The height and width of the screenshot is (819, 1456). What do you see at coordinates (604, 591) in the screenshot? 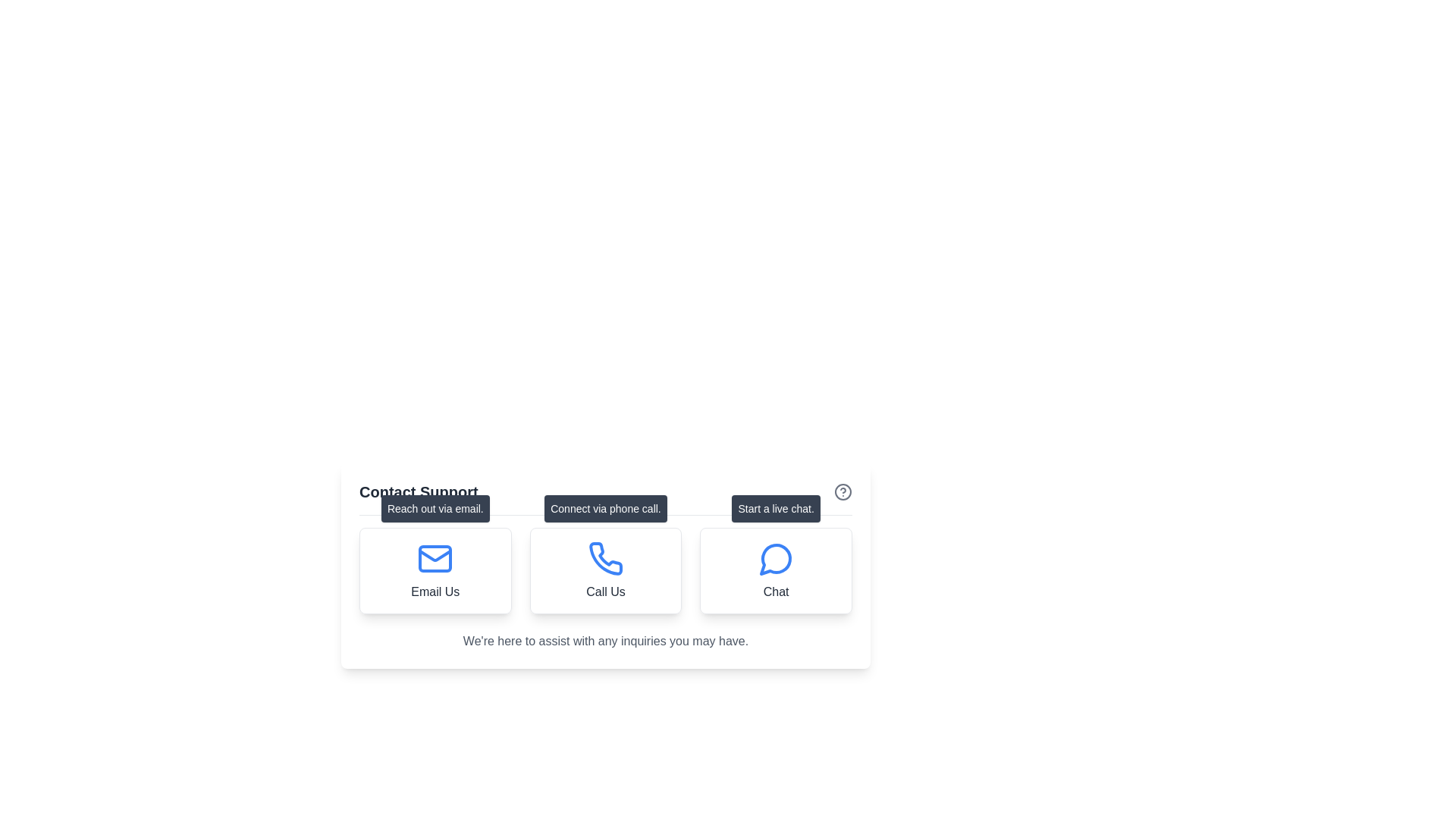
I see `the text label that indicates the action 'Connect via phone call' in the 'Call Us' card, which is positioned below the phone icon` at bounding box center [604, 591].